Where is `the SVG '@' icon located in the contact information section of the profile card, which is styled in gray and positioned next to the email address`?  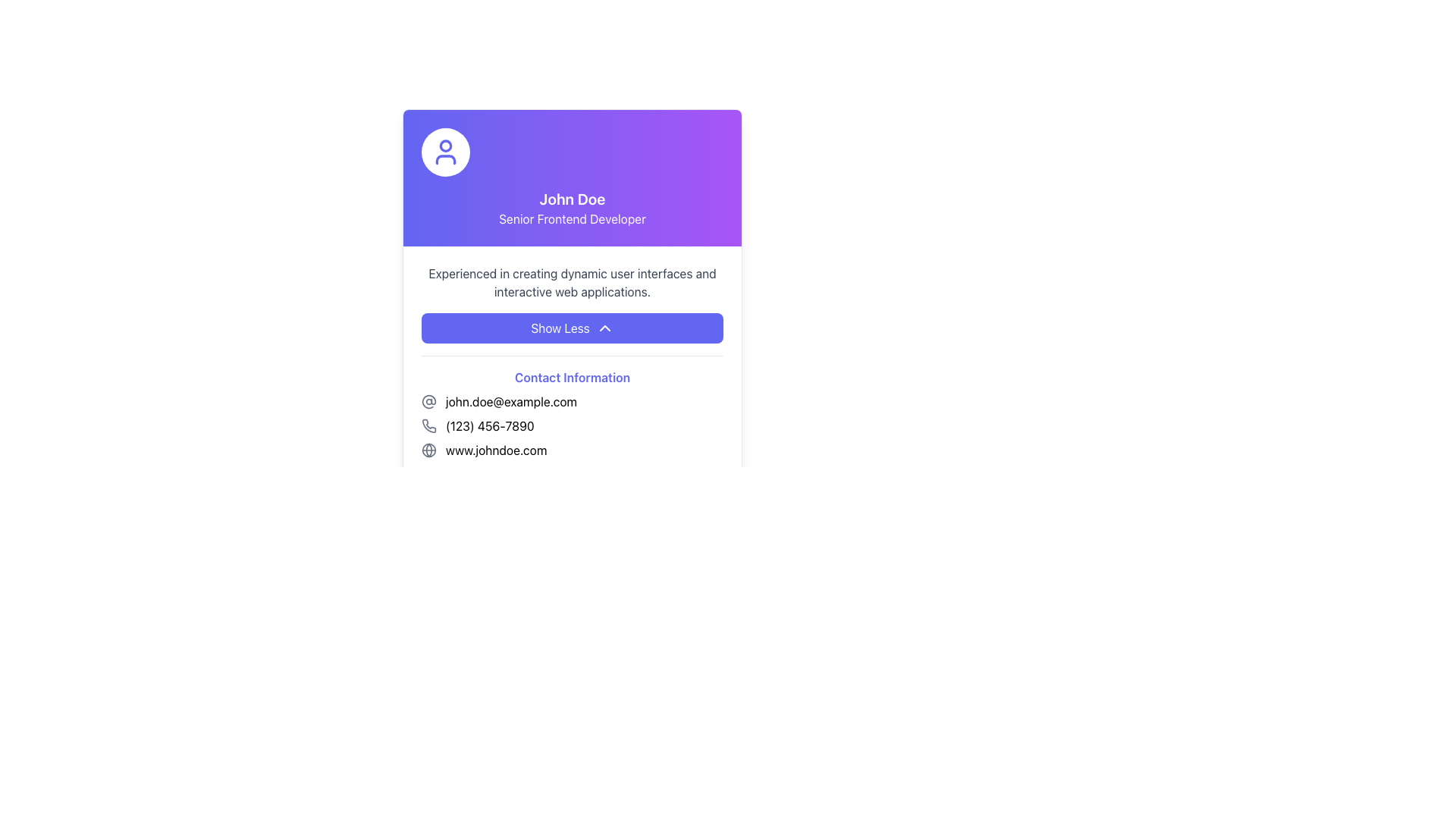 the SVG '@' icon located in the contact information section of the profile card, which is styled in gray and positioned next to the email address is located at coordinates (428, 400).